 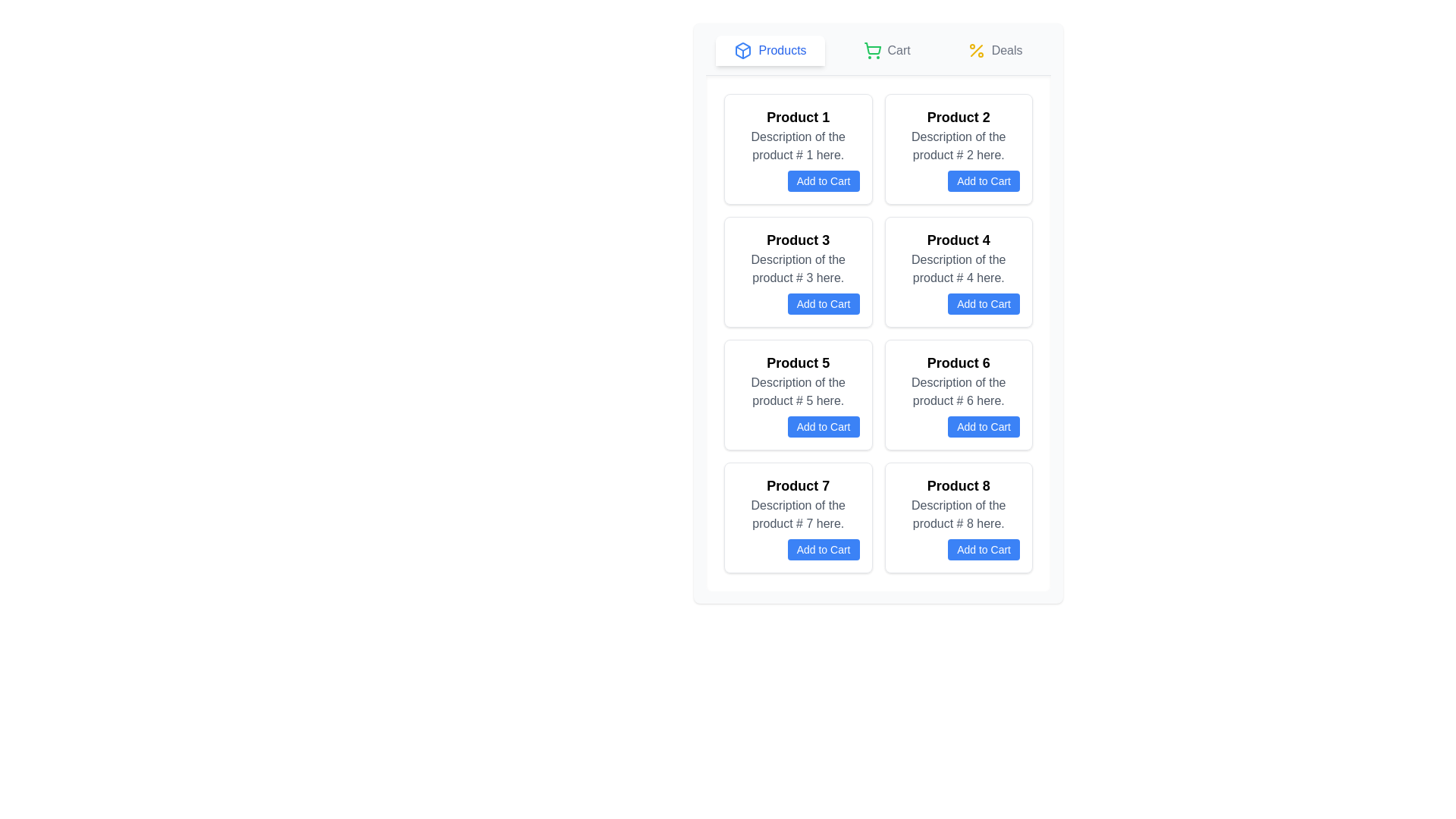 What do you see at coordinates (886, 49) in the screenshot?
I see `the 'Cart' button located in the top navigation bar` at bounding box center [886, 49].